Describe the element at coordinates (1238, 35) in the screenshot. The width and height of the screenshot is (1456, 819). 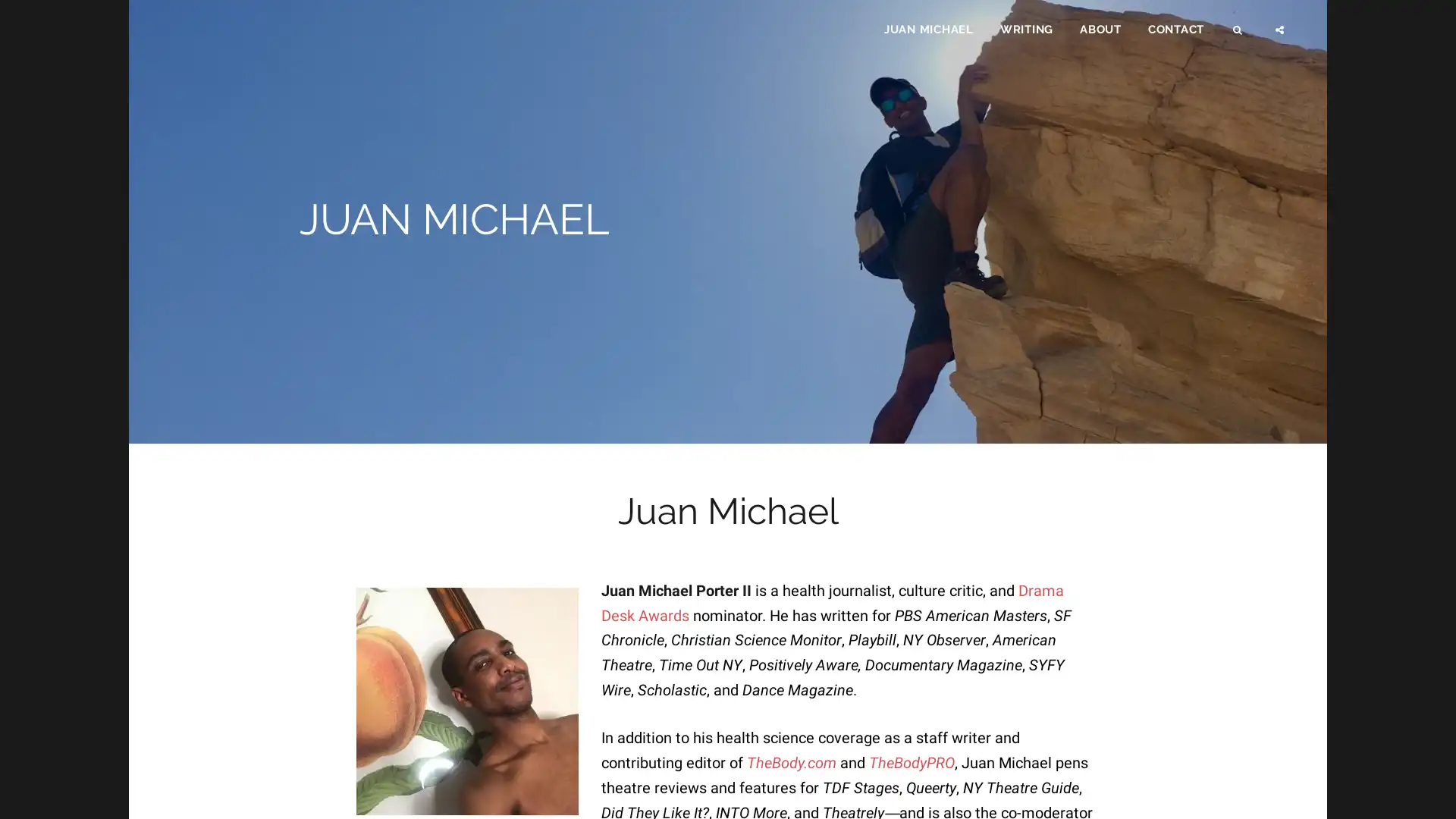
I see `SEARCH` at that location.